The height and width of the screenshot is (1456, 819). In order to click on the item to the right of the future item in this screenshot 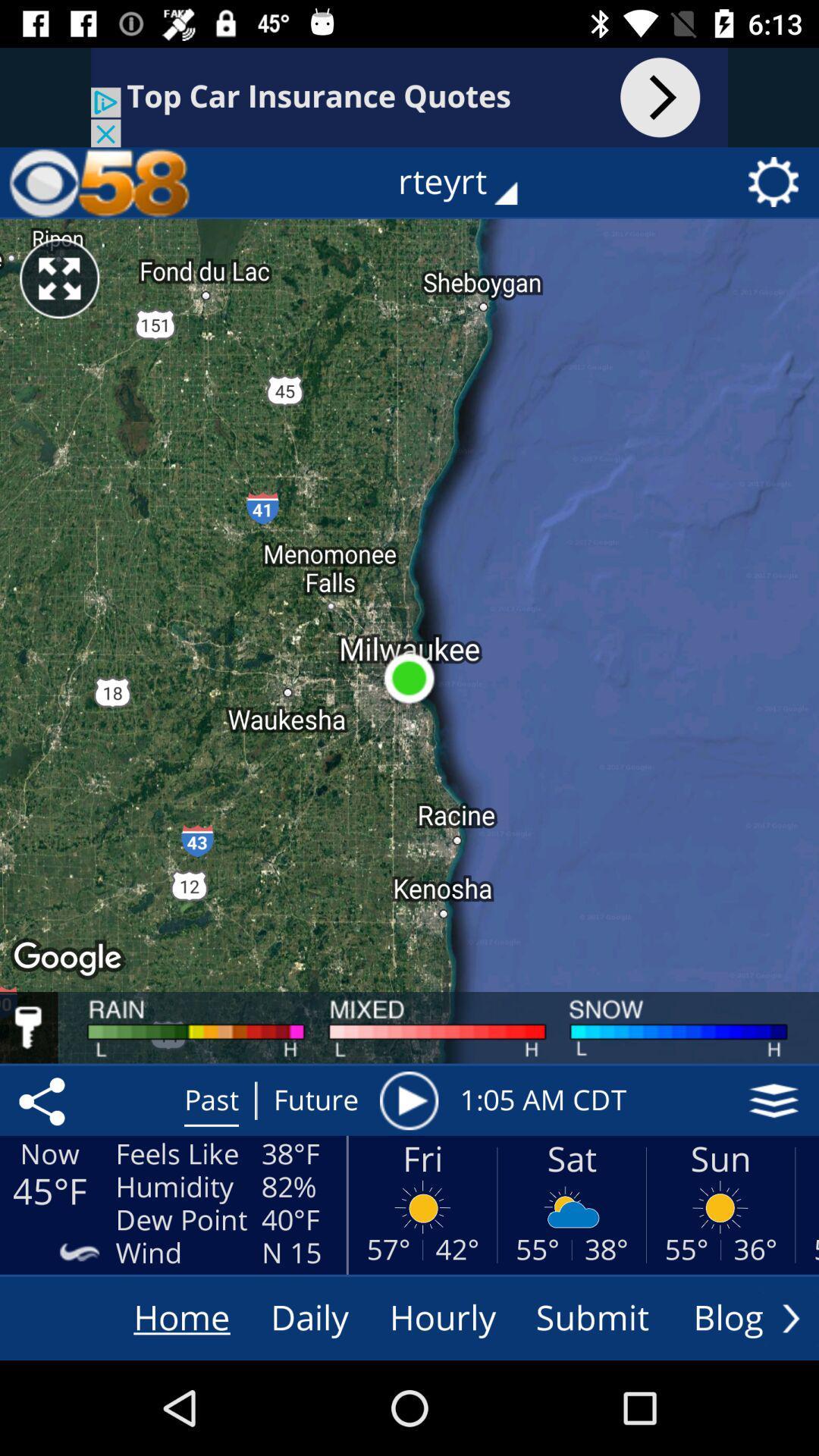, I will do `click(408, 1100)`.